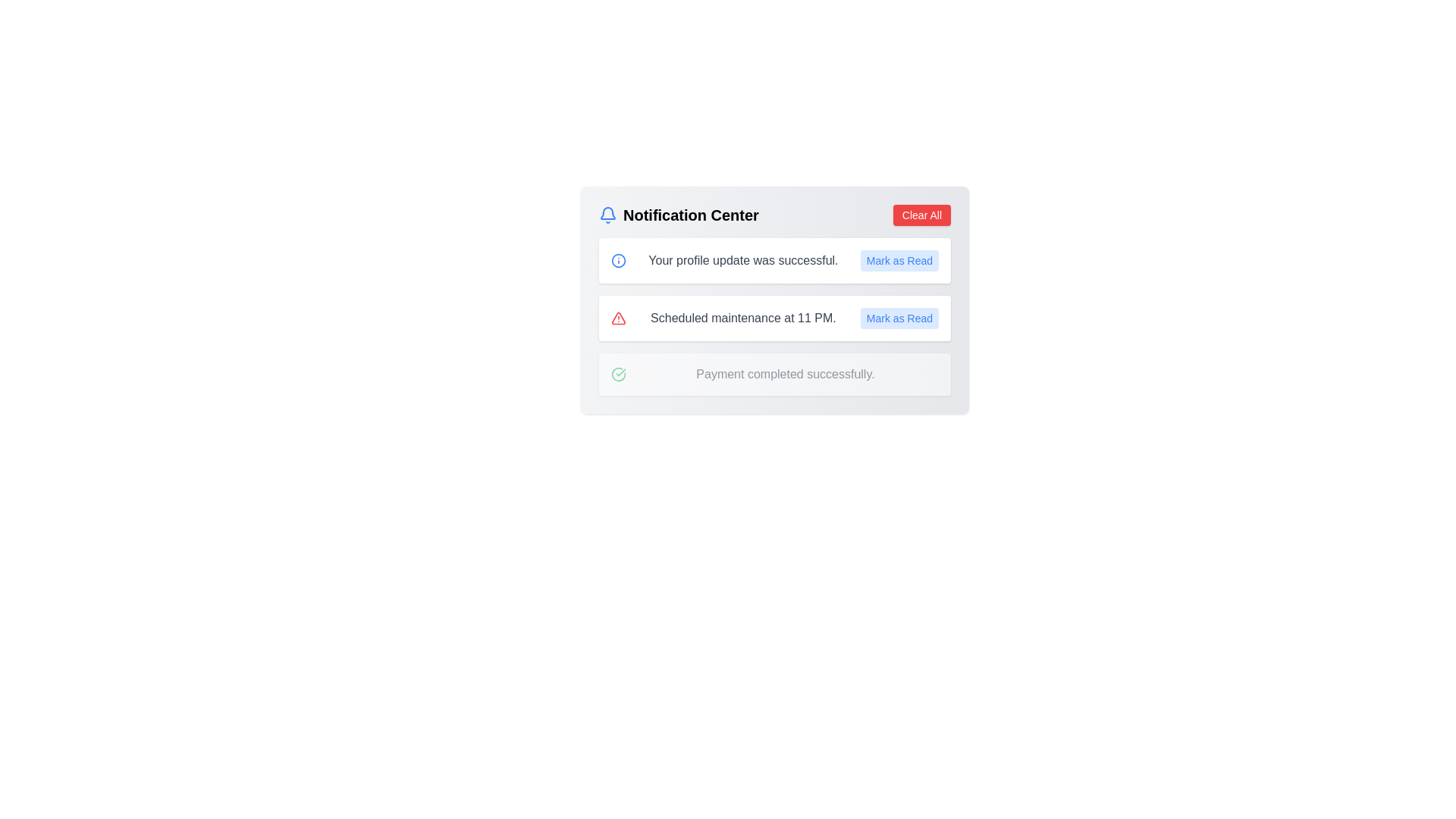  Describe the element at coordinates (743, 259) in the screenshot. I see `the text label that says 'Your profile update was successful.' which is styled in gray and located in the second row of the notification list, bordered by a blue circular icon on the left` at that location.